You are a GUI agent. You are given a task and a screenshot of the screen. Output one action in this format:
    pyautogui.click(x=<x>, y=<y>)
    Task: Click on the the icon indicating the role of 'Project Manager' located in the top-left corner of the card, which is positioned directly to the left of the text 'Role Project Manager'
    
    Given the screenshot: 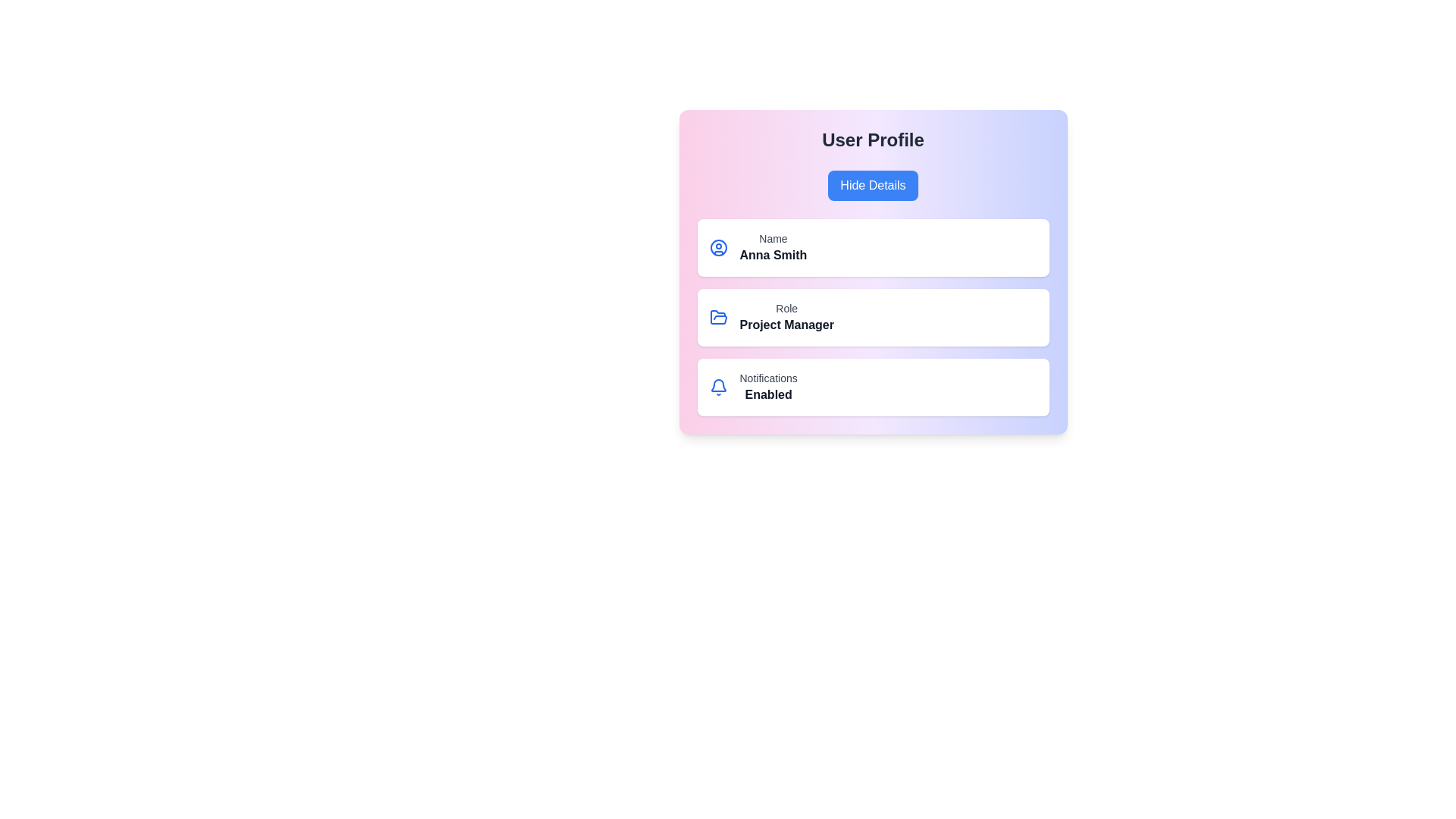 What is the action you would take?
    pyautogui.click(x=717, y=317)
    